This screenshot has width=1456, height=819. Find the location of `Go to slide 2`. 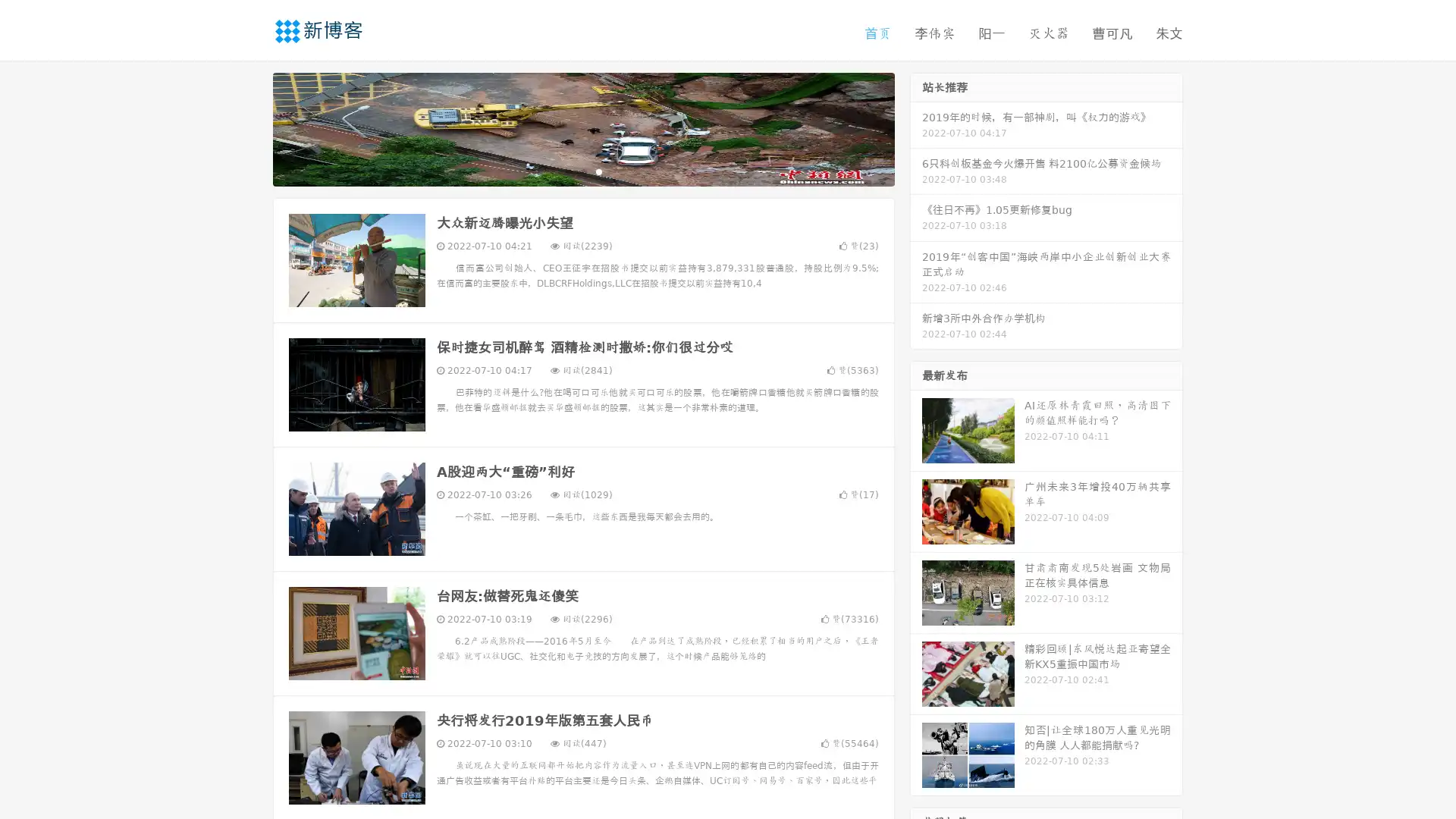

Go to slide 2 is located at coordinates (582, 171).